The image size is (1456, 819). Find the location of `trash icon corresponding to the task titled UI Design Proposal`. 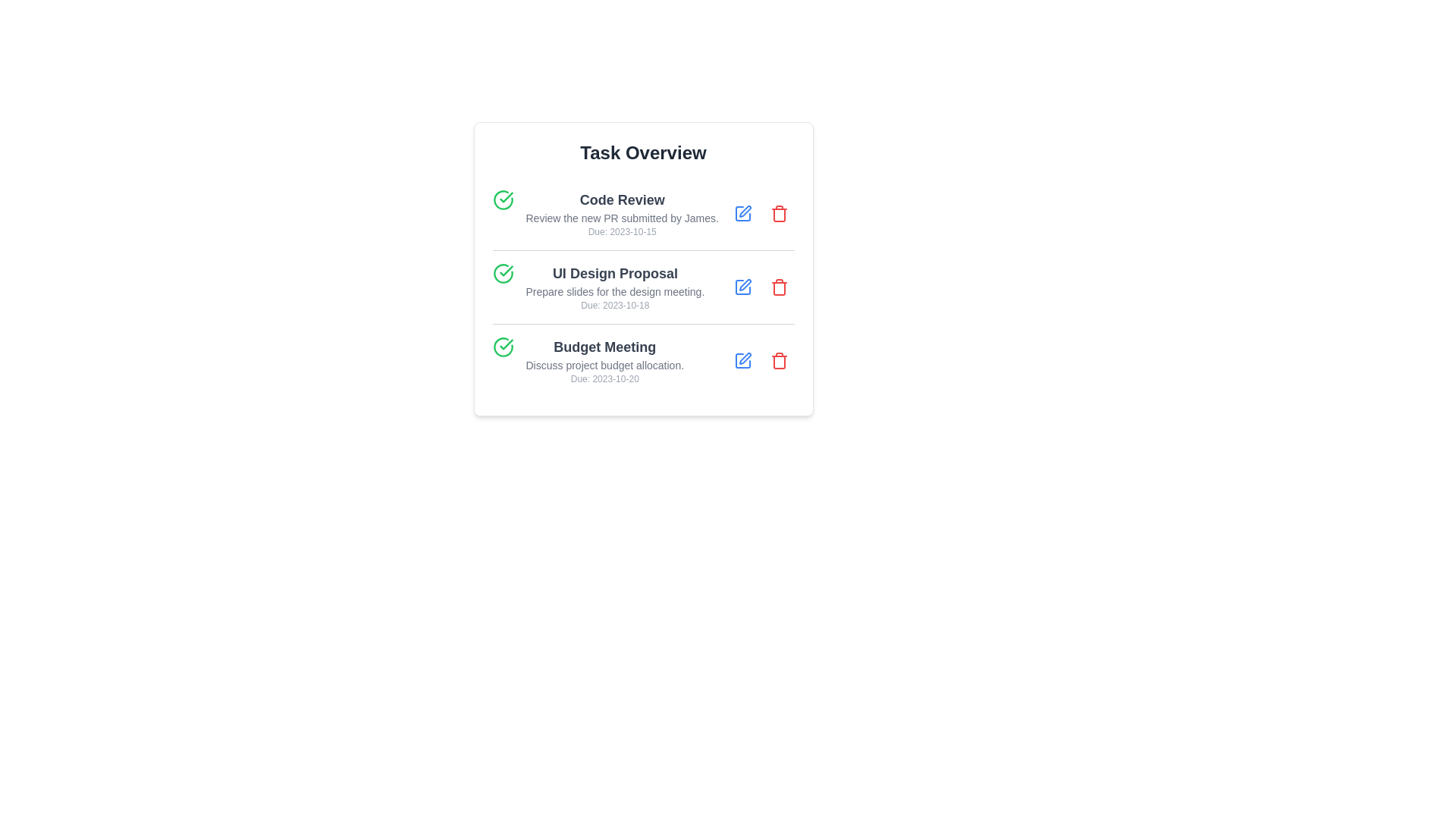

trash icon corresponding to the task titled UI Design Proposal is located at coordinates (779, 287).